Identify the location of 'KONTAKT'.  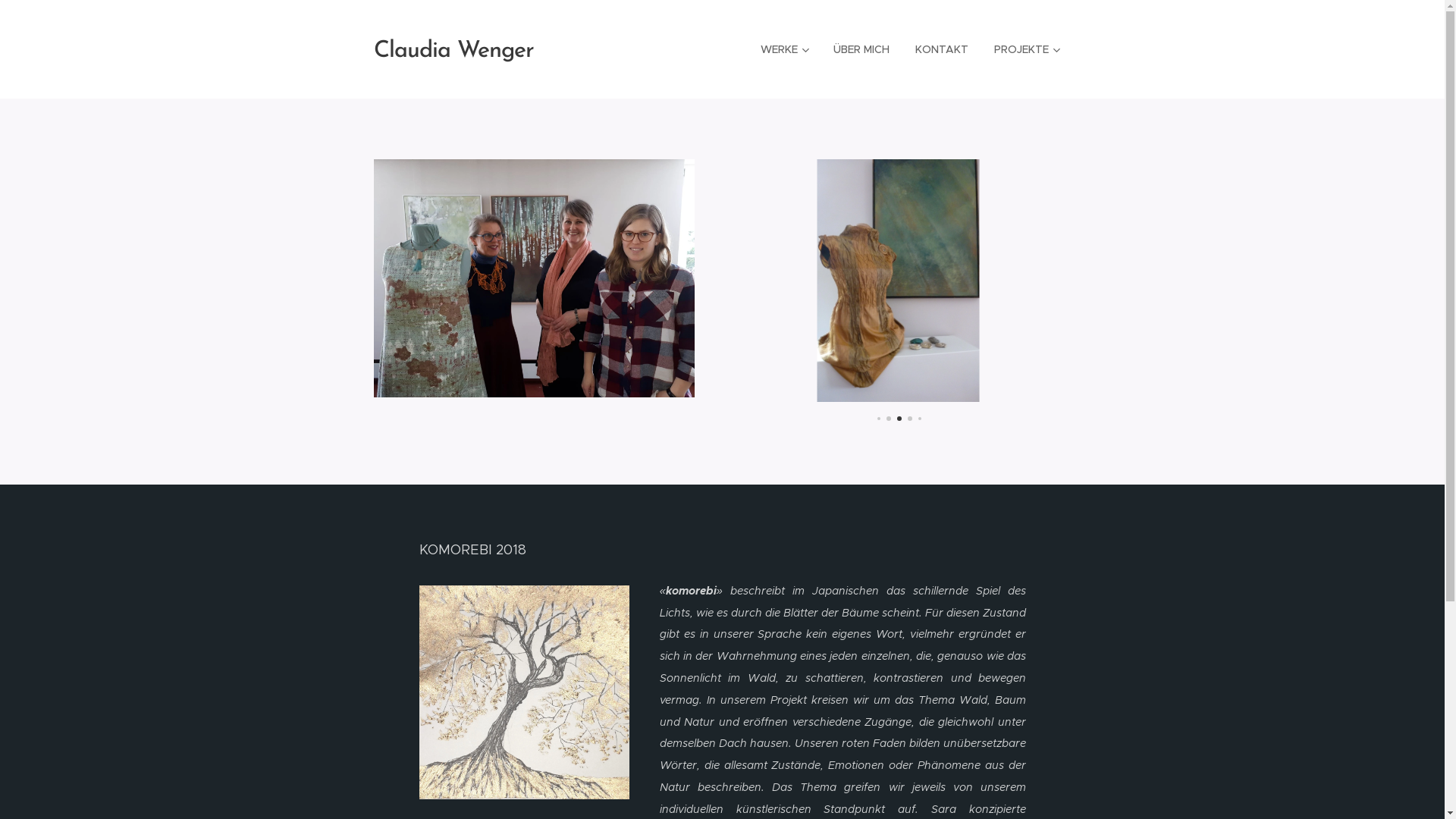
(941, 49).